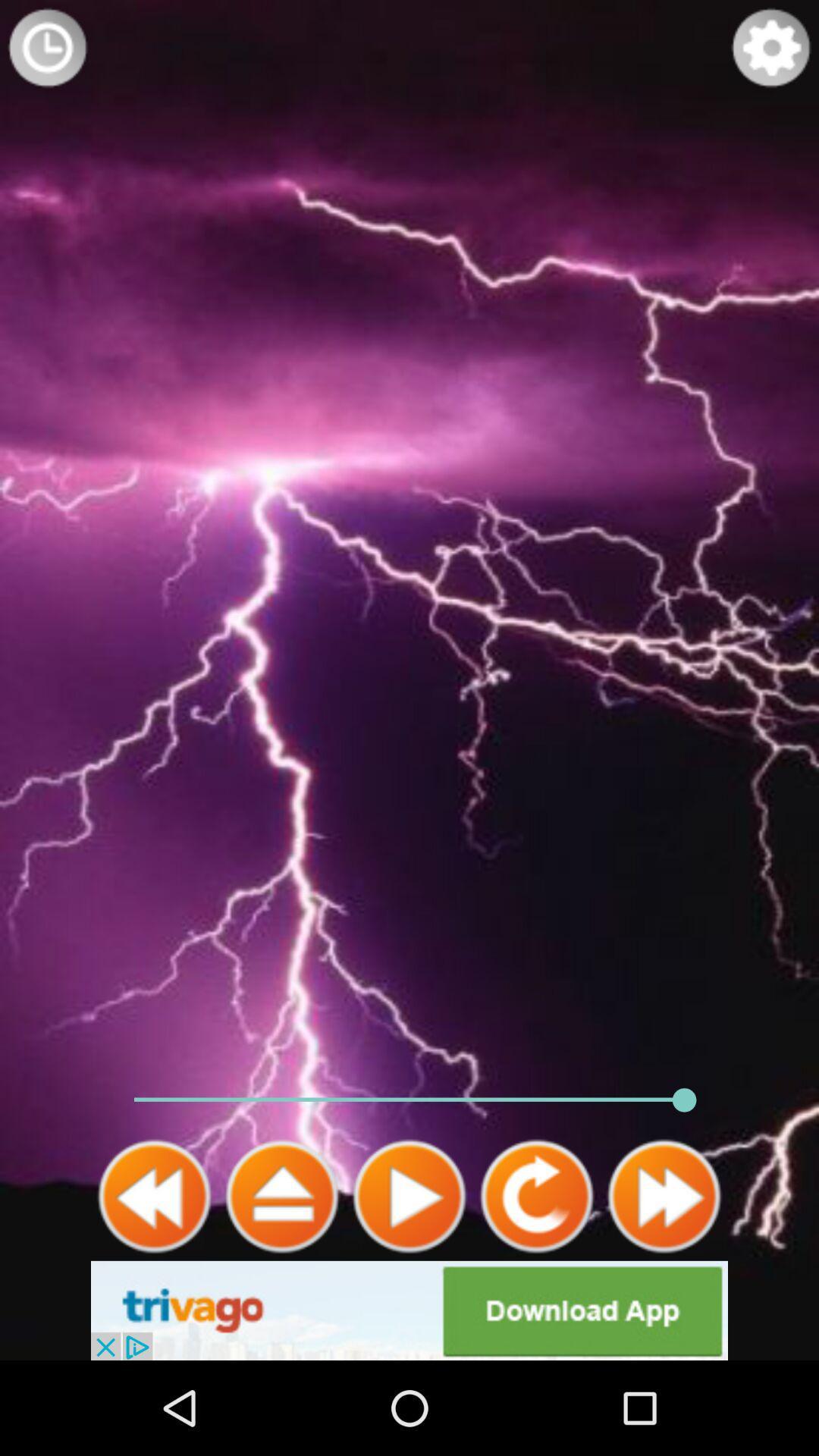  Describe the element at coordinates (409, 1310) in the screenshot. I see `clickable advertisement` at that location.